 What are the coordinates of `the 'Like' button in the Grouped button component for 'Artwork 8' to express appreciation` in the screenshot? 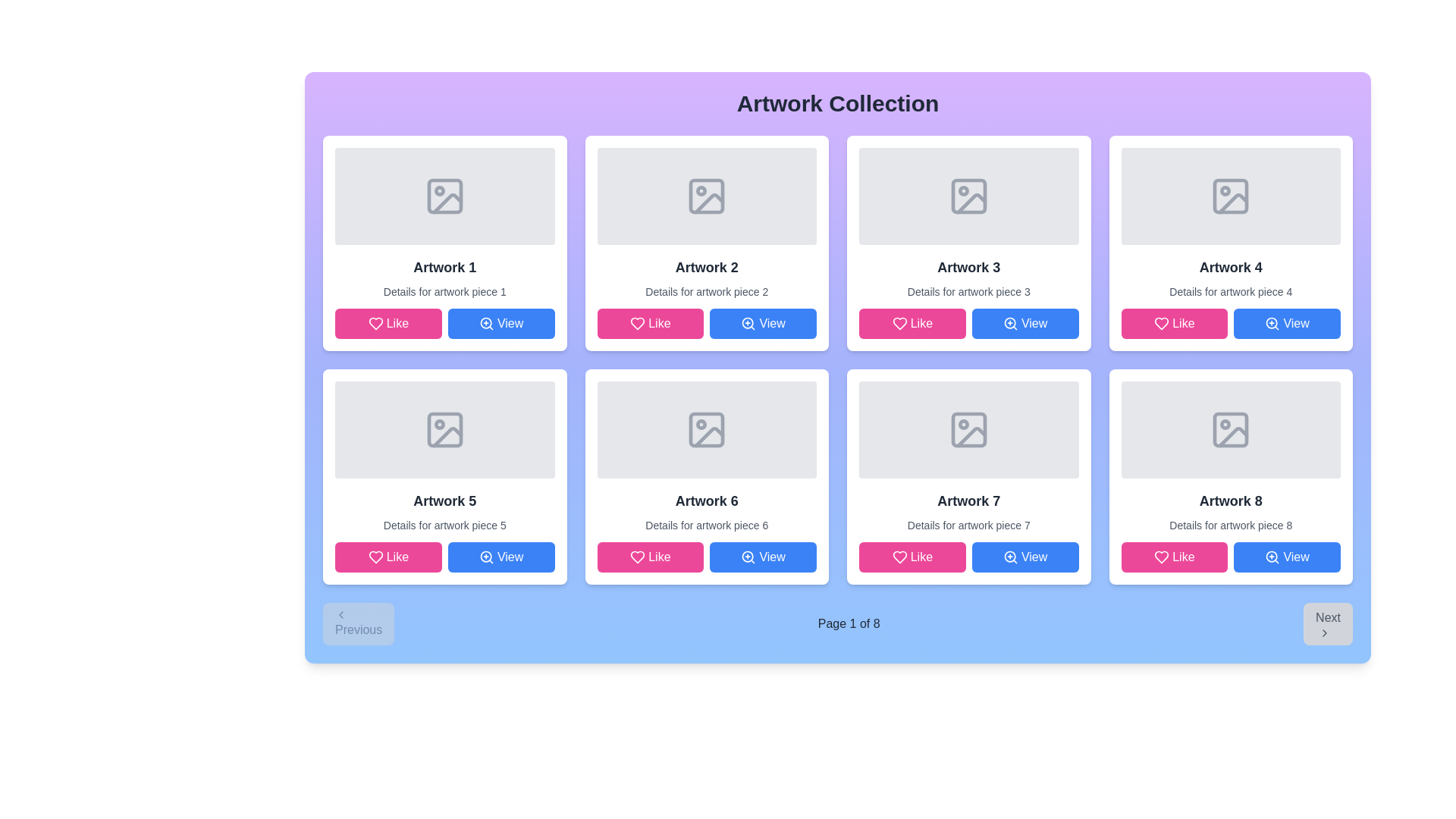 It's located at (1230, 557).